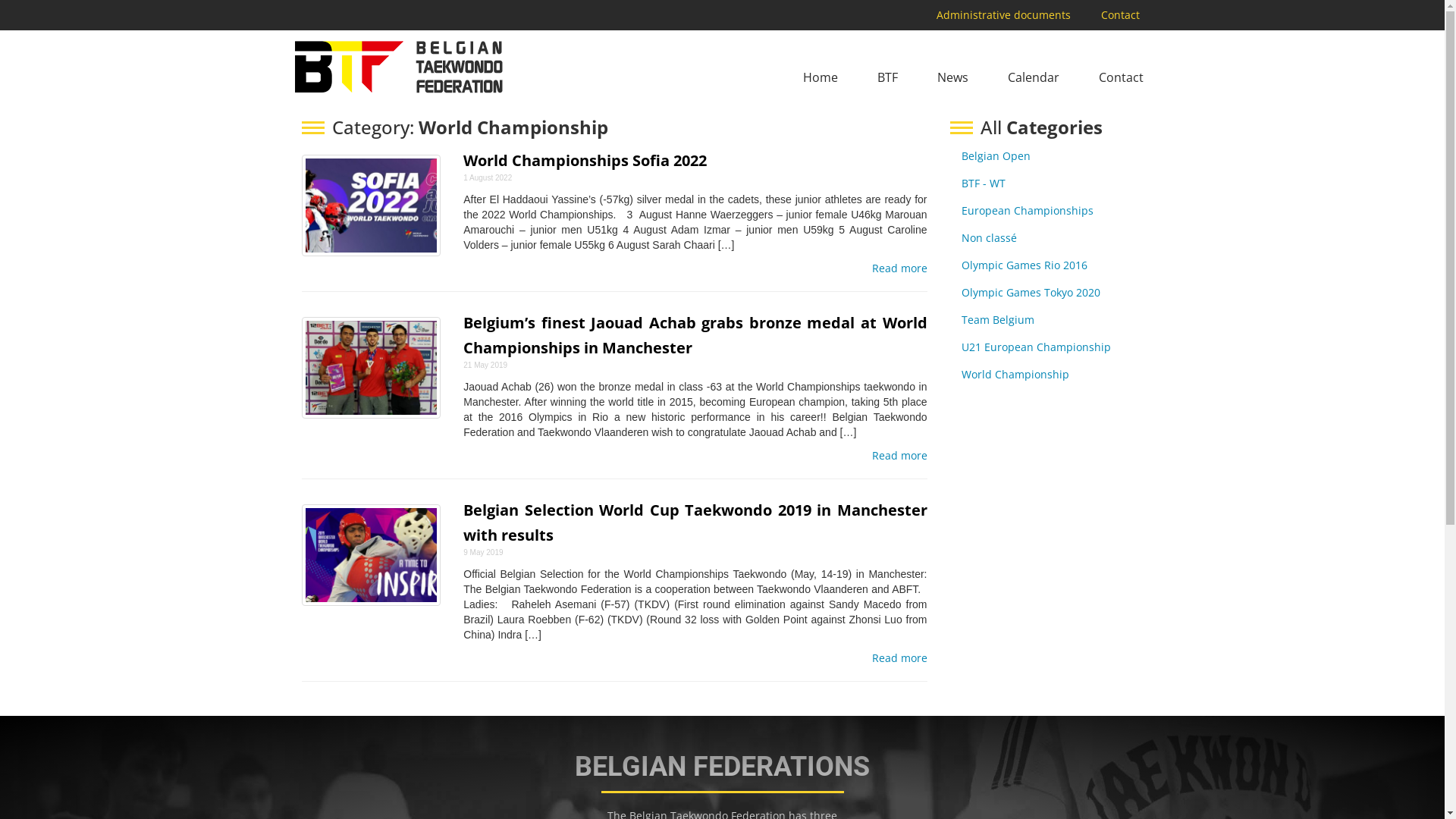  What do you see at coordinates (1015, 374) in the screenshot?
I see `'World Championship'` at bounding box center [1015, 374].